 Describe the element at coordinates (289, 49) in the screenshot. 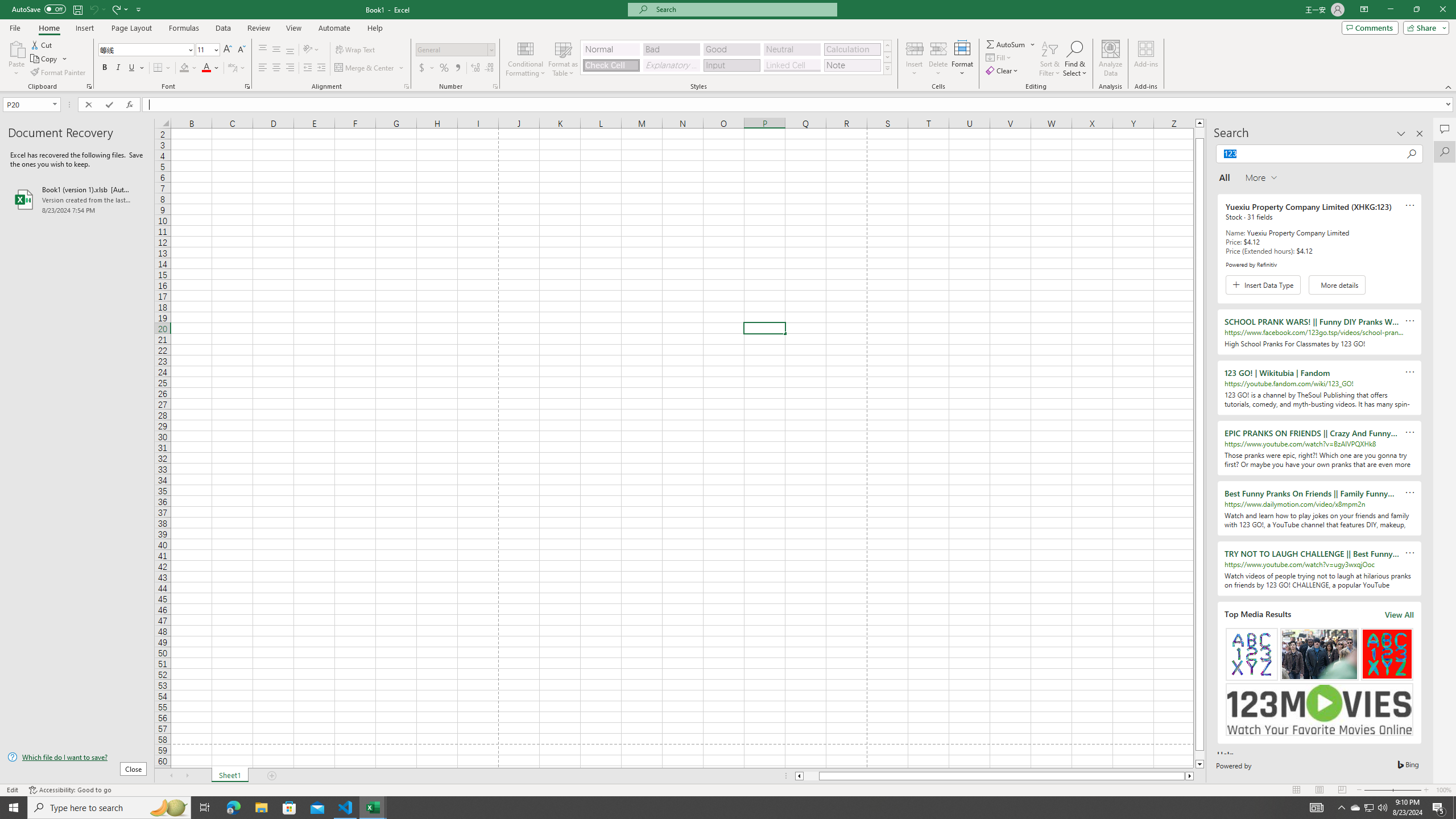

I see `'Bottom Align'` at that location.